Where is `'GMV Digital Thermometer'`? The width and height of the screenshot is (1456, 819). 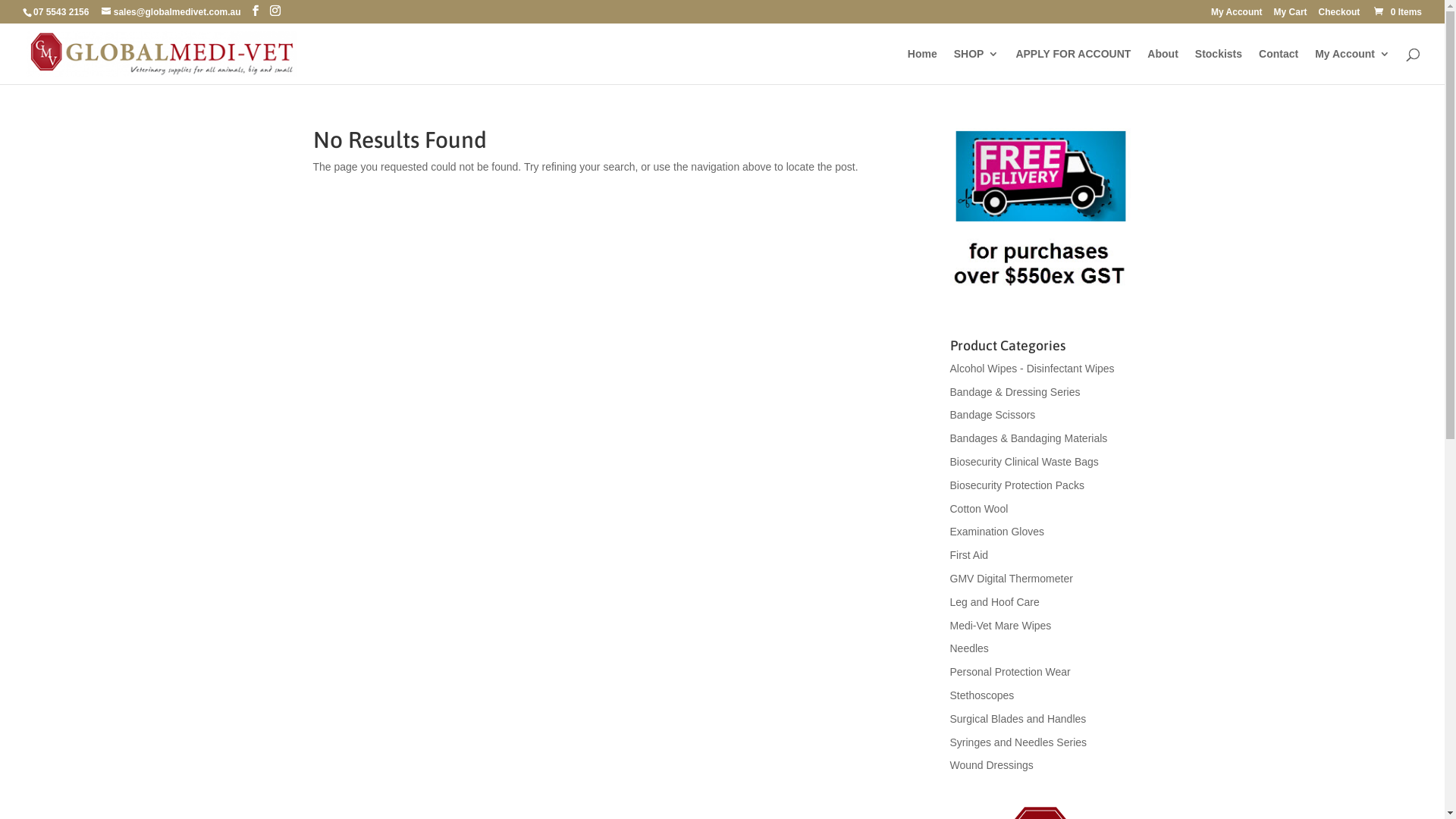 'GMV Digital Thermometer' is located at coordinates (1011, 579).